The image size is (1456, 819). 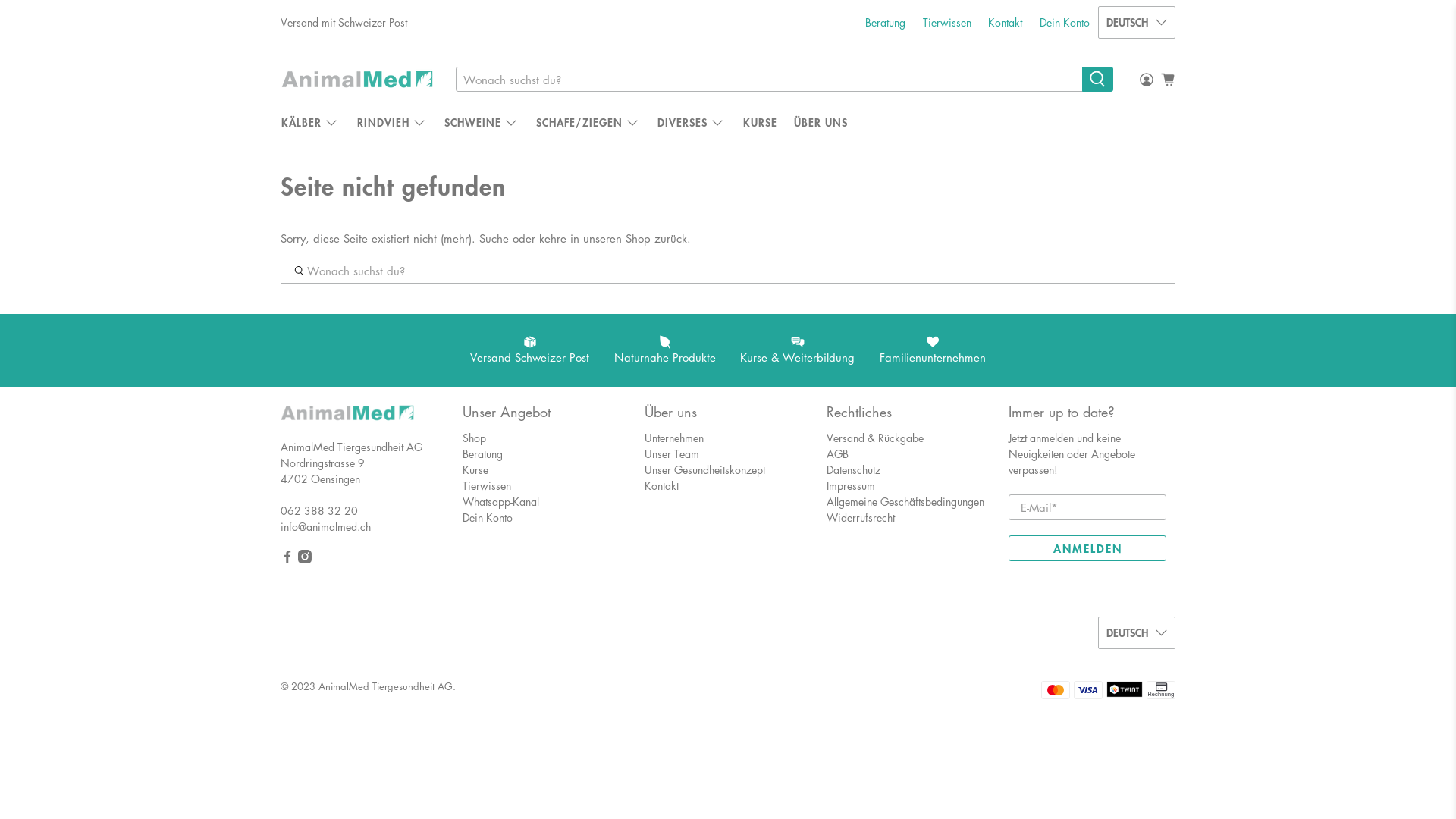 I want to click on 'AnimalMed Tiergesundheit AG on Instagram', so click(x=304, y=558).